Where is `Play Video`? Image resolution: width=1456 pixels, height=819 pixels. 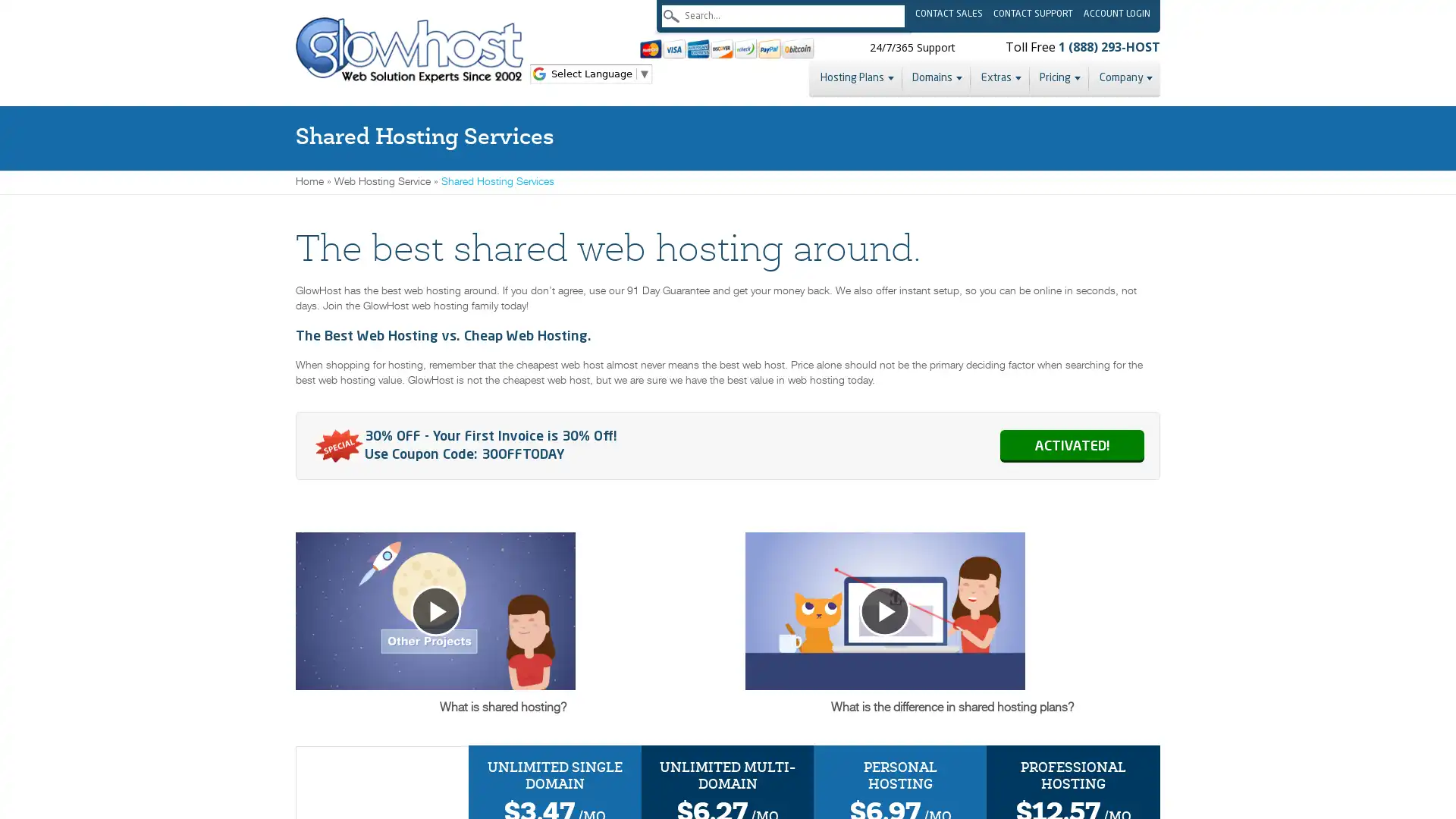 Play Video is located at coordinates (502, 648).